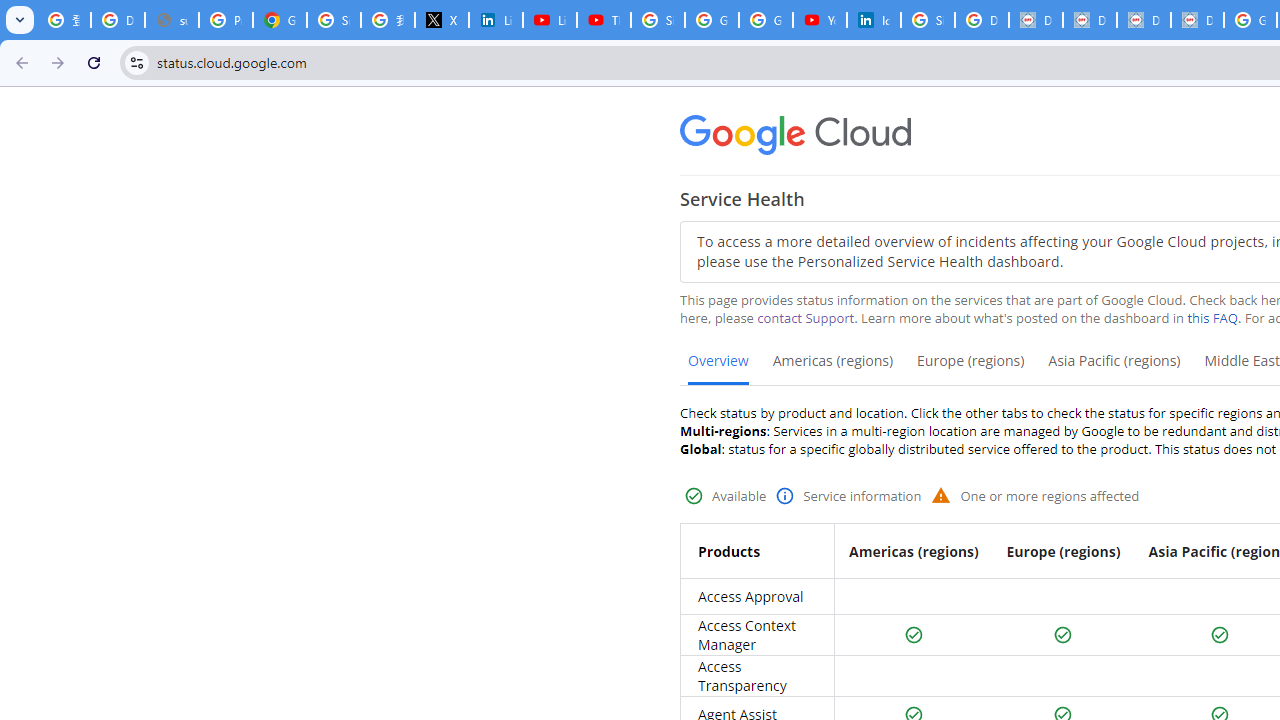 The image size is (1280, 720). What do you see at coordinates (805, 317) in the screenshot?
I see `'contact Support'` at bounding box center [805, 317].